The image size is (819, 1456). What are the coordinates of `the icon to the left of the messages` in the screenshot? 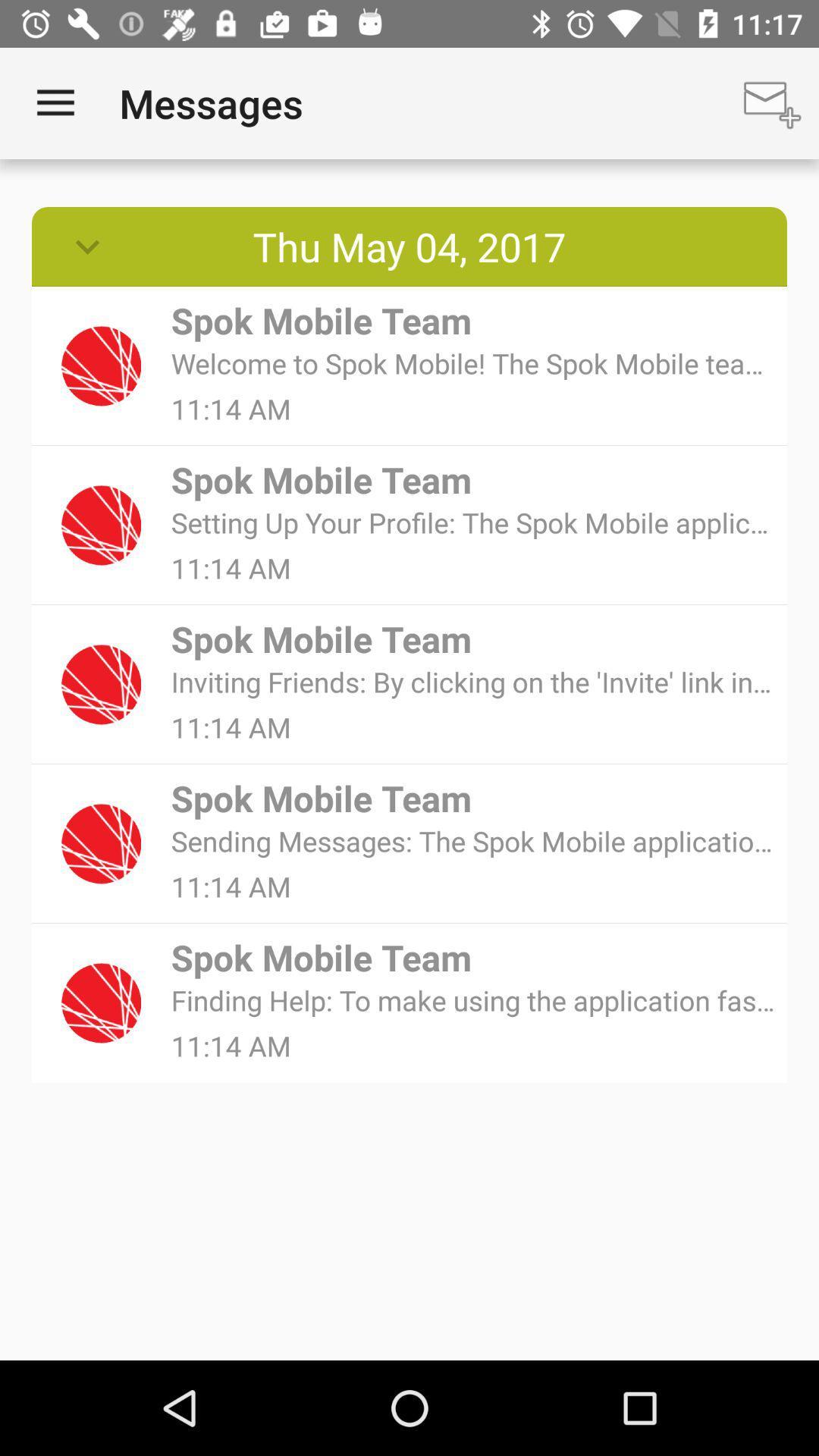 It's located at (55, 102).